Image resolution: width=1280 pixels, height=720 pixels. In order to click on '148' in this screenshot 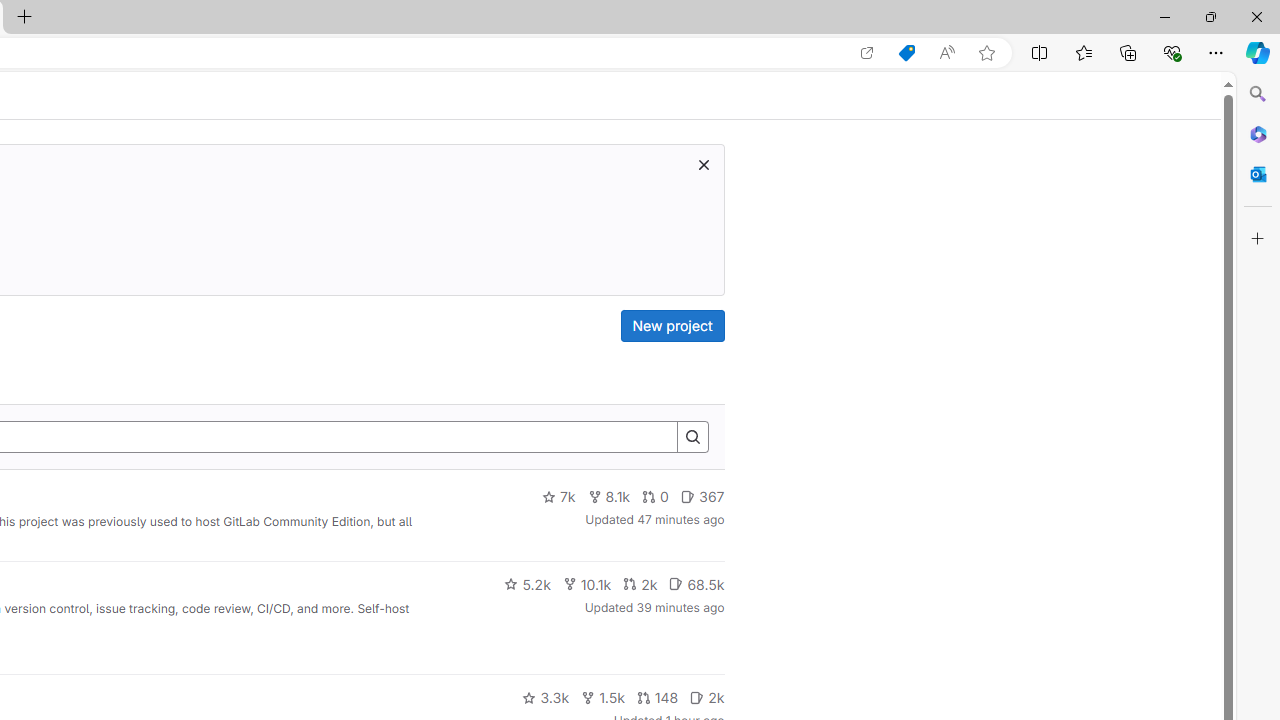, I will do `click(657, 697)`.